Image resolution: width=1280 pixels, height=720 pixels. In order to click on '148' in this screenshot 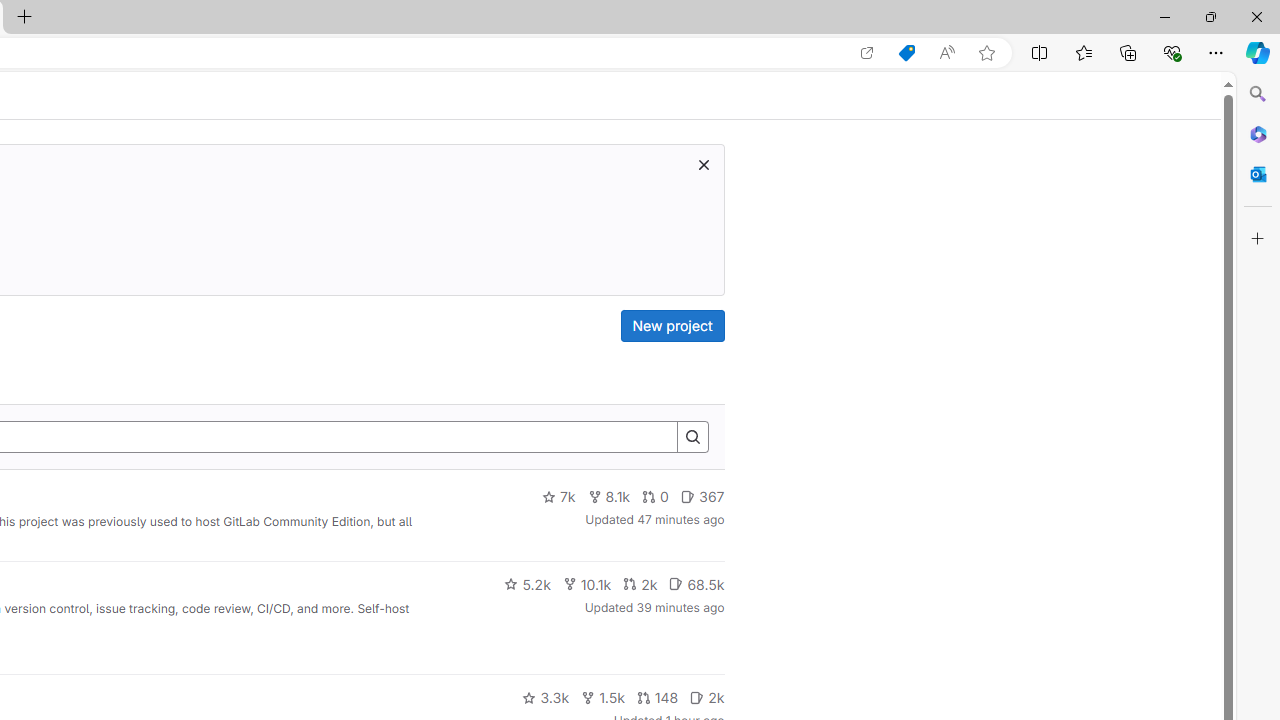, I will do `click(657, 697)`.